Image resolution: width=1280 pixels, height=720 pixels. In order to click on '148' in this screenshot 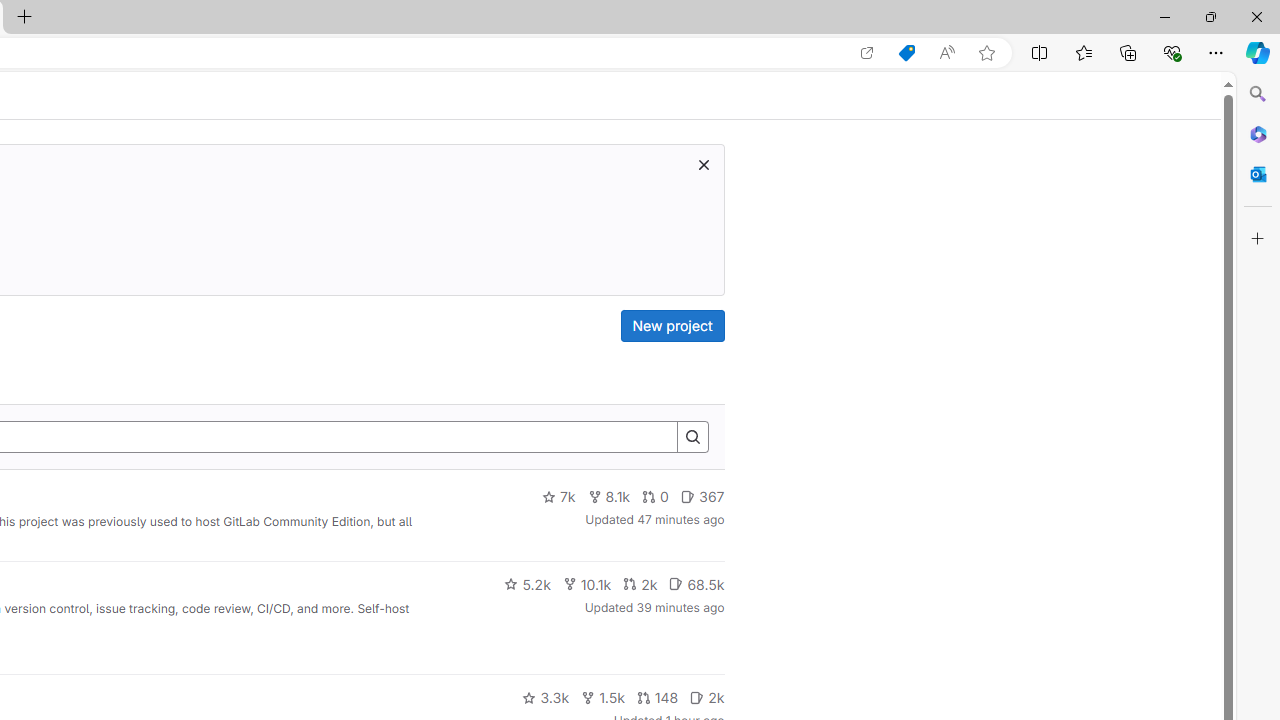, I will do `click(657, 697)`.